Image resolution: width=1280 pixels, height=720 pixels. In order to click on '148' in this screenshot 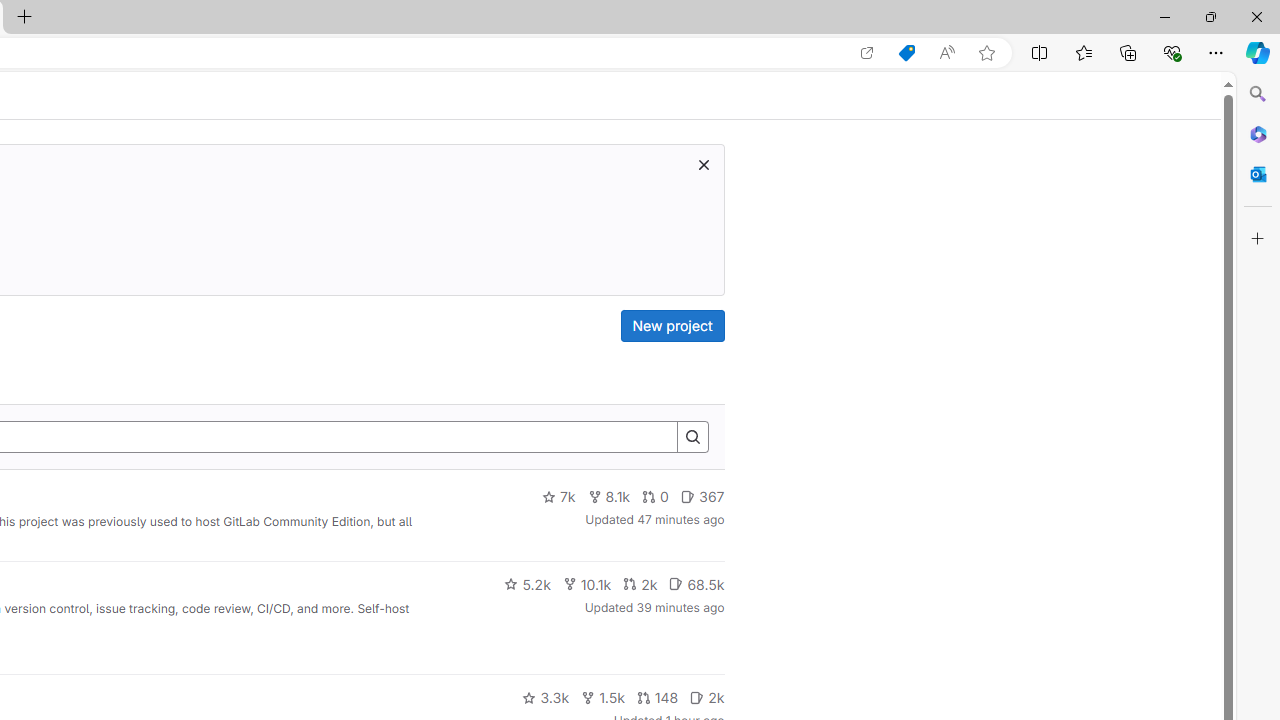, I will do `click(657, 697)`.